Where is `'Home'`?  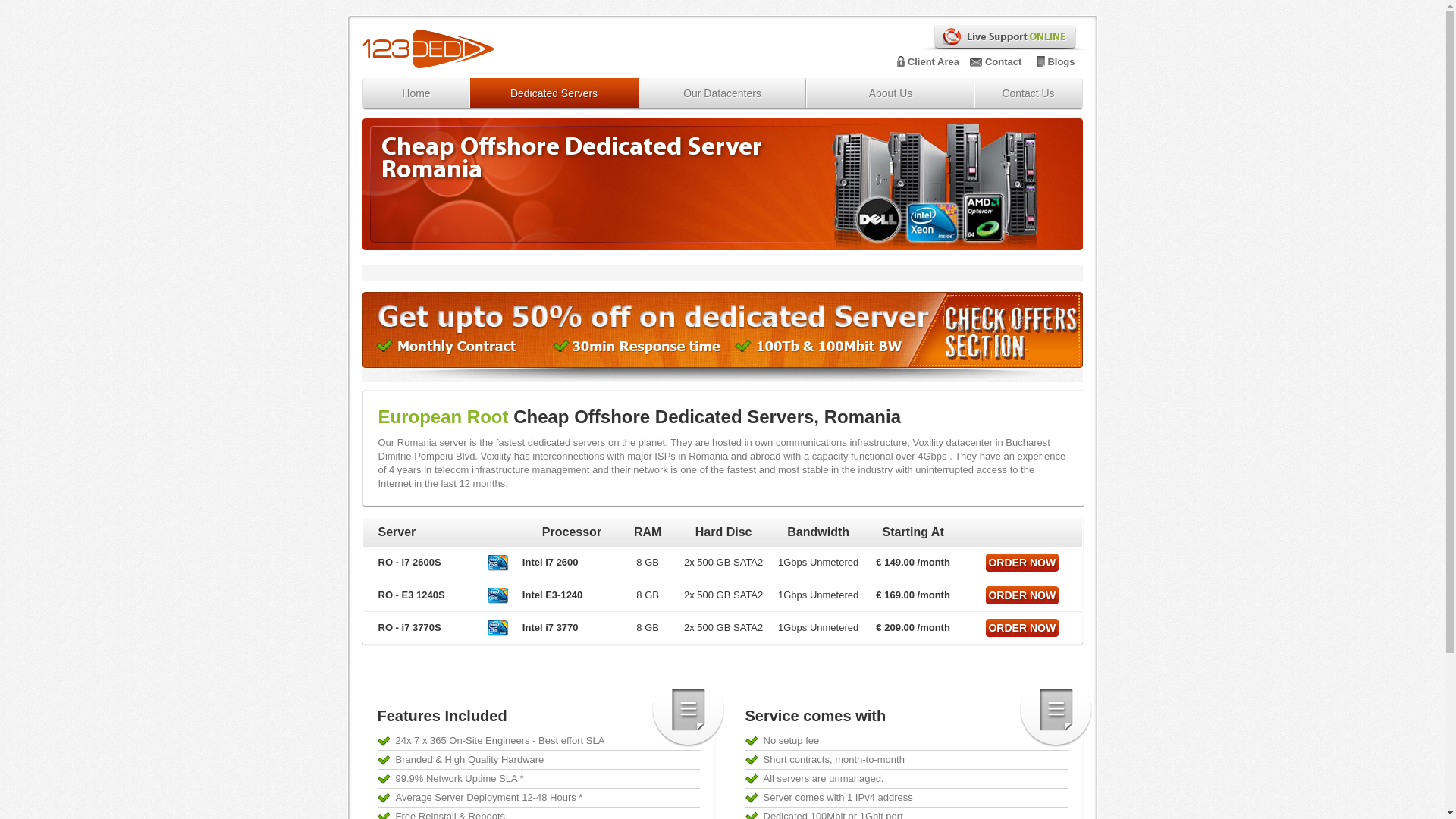 'Home' is located at coordinates (416, 93).